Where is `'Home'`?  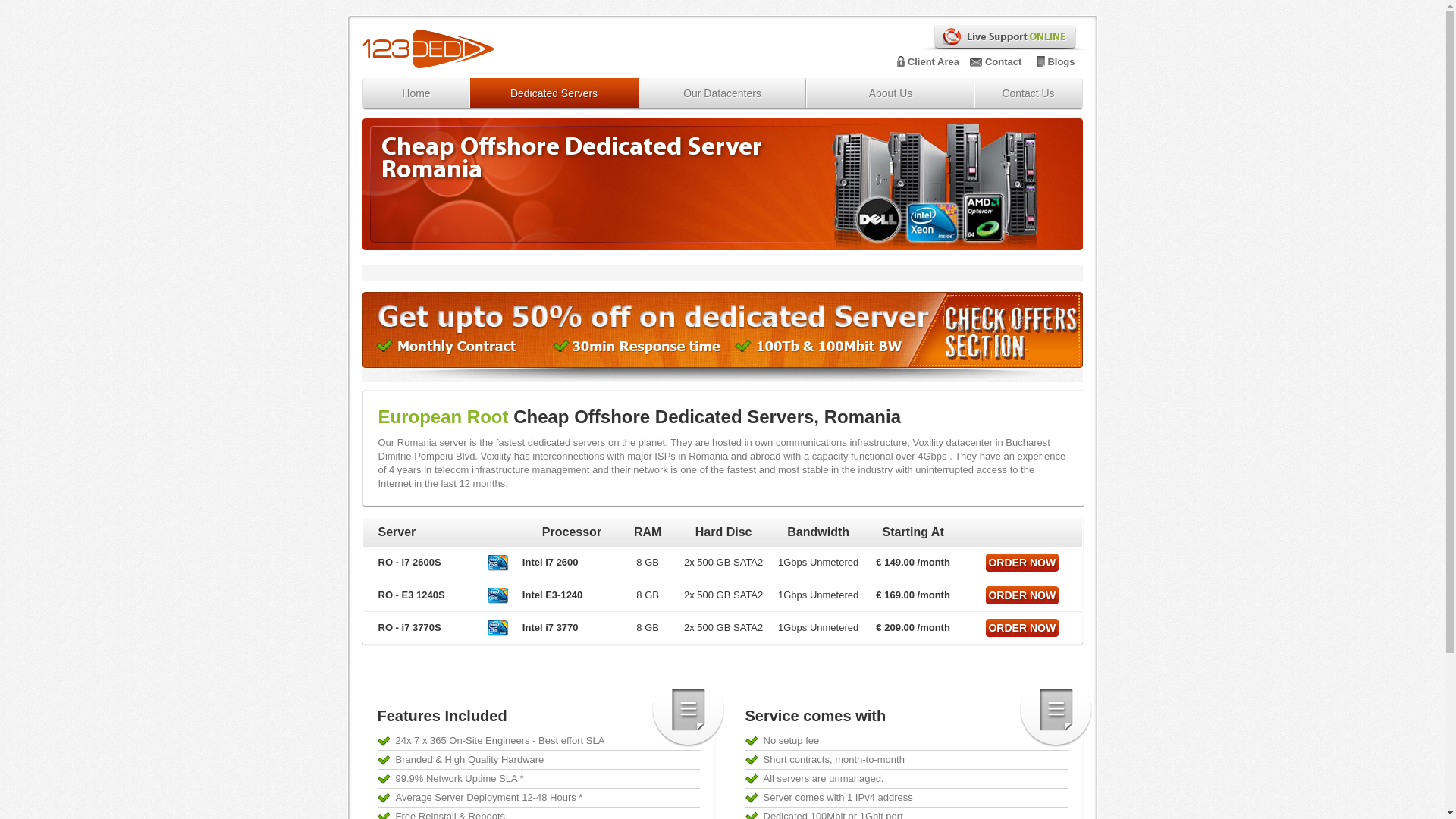 'Home' is located at coordinates (416, 93).